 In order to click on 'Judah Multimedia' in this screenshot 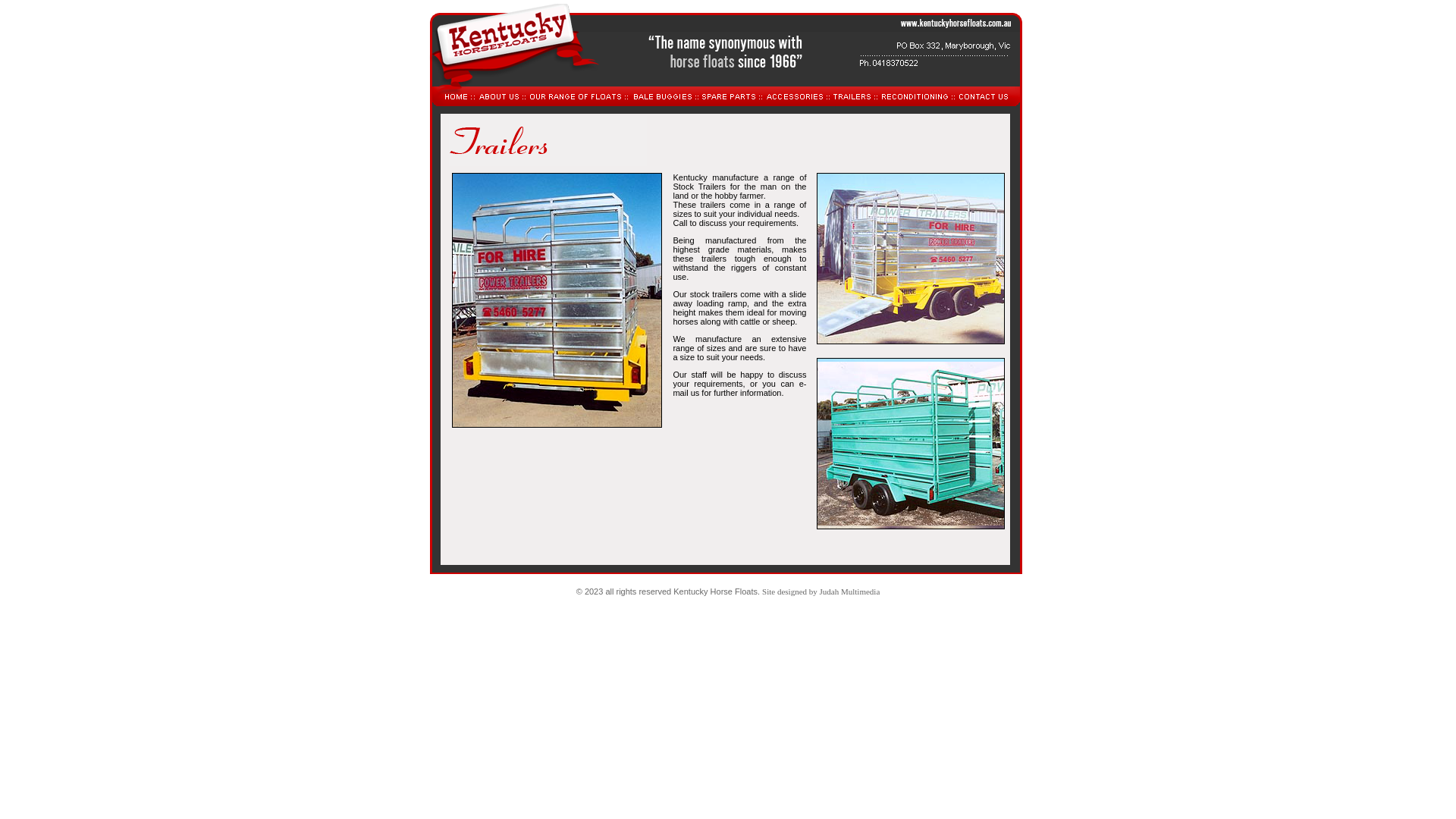, I will do `click(850, 590)`.